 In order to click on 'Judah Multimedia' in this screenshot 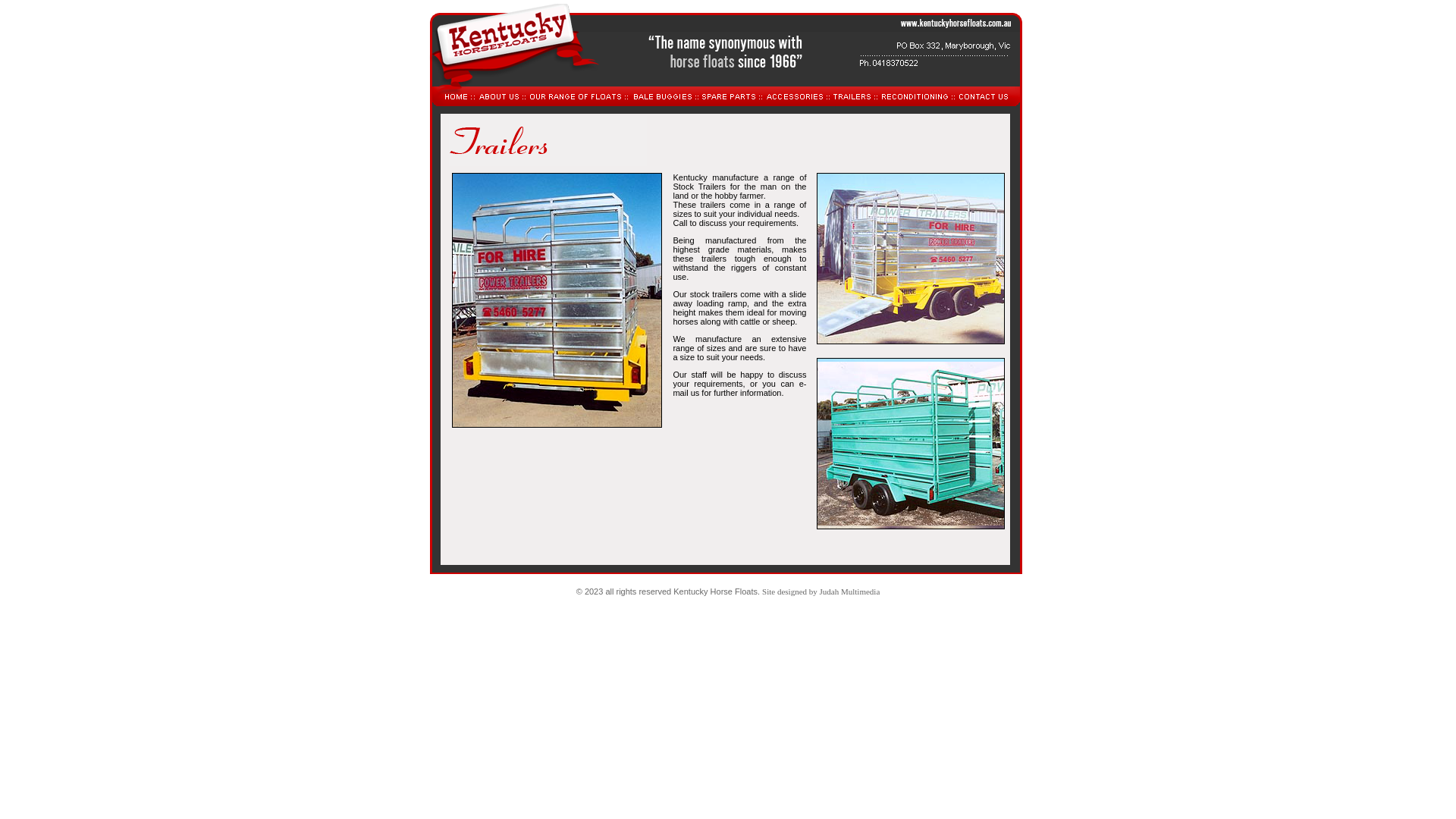, I will do `click(850, 590)`.